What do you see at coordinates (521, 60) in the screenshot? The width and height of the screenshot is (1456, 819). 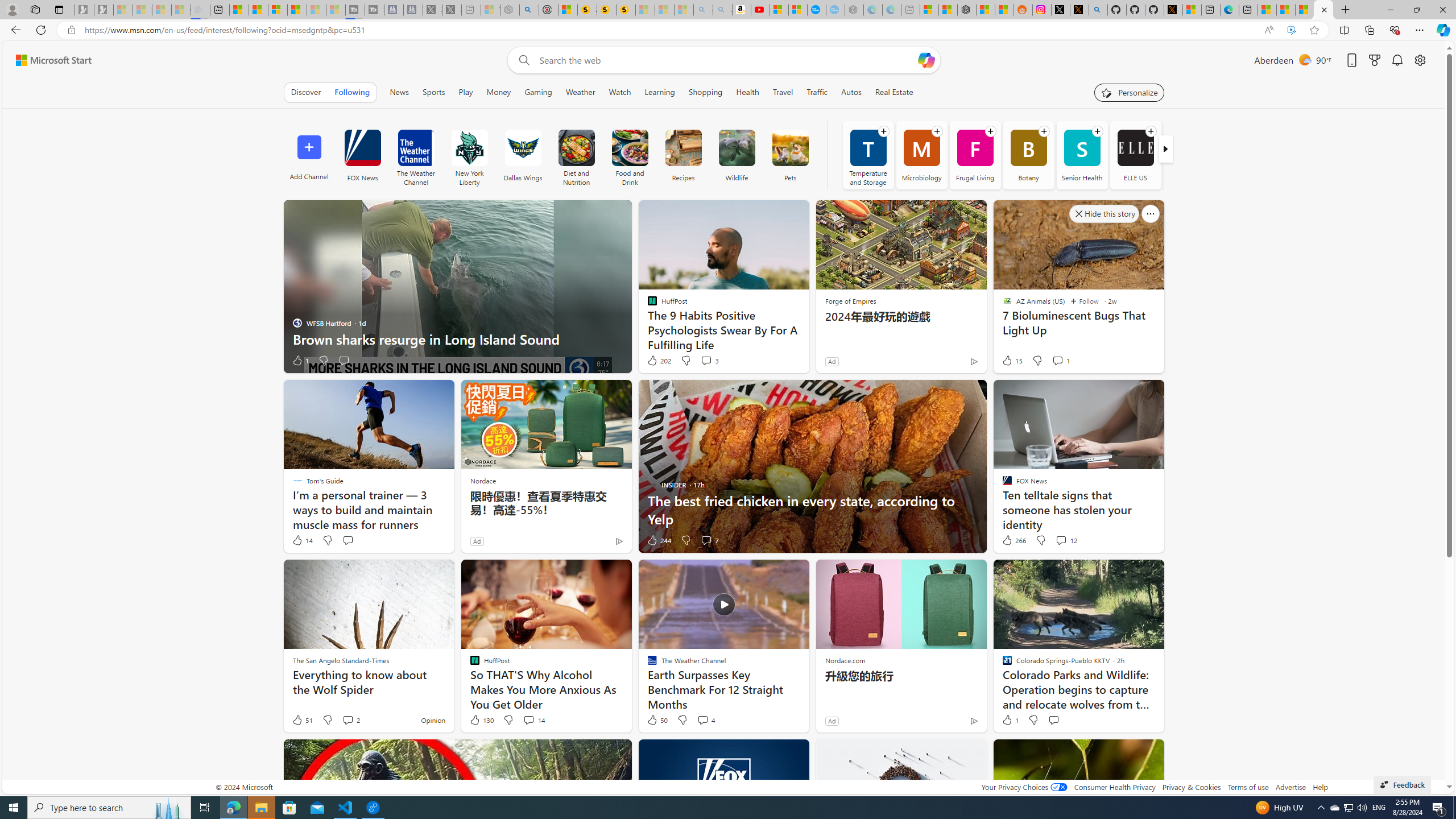 I see `'Web search'` at bounding box center [521, 60].